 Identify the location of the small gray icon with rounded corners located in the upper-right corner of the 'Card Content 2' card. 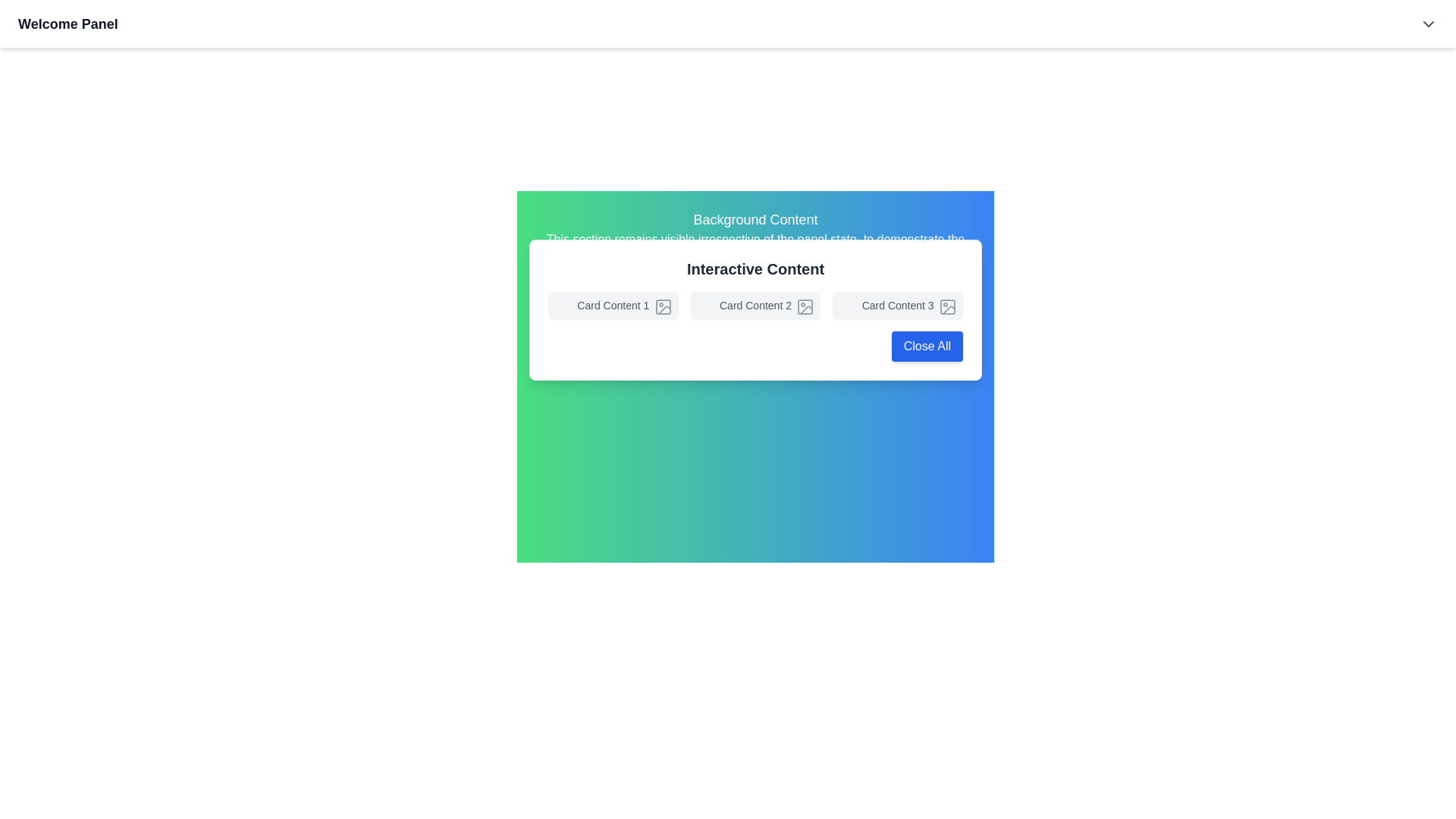
(805, 307).